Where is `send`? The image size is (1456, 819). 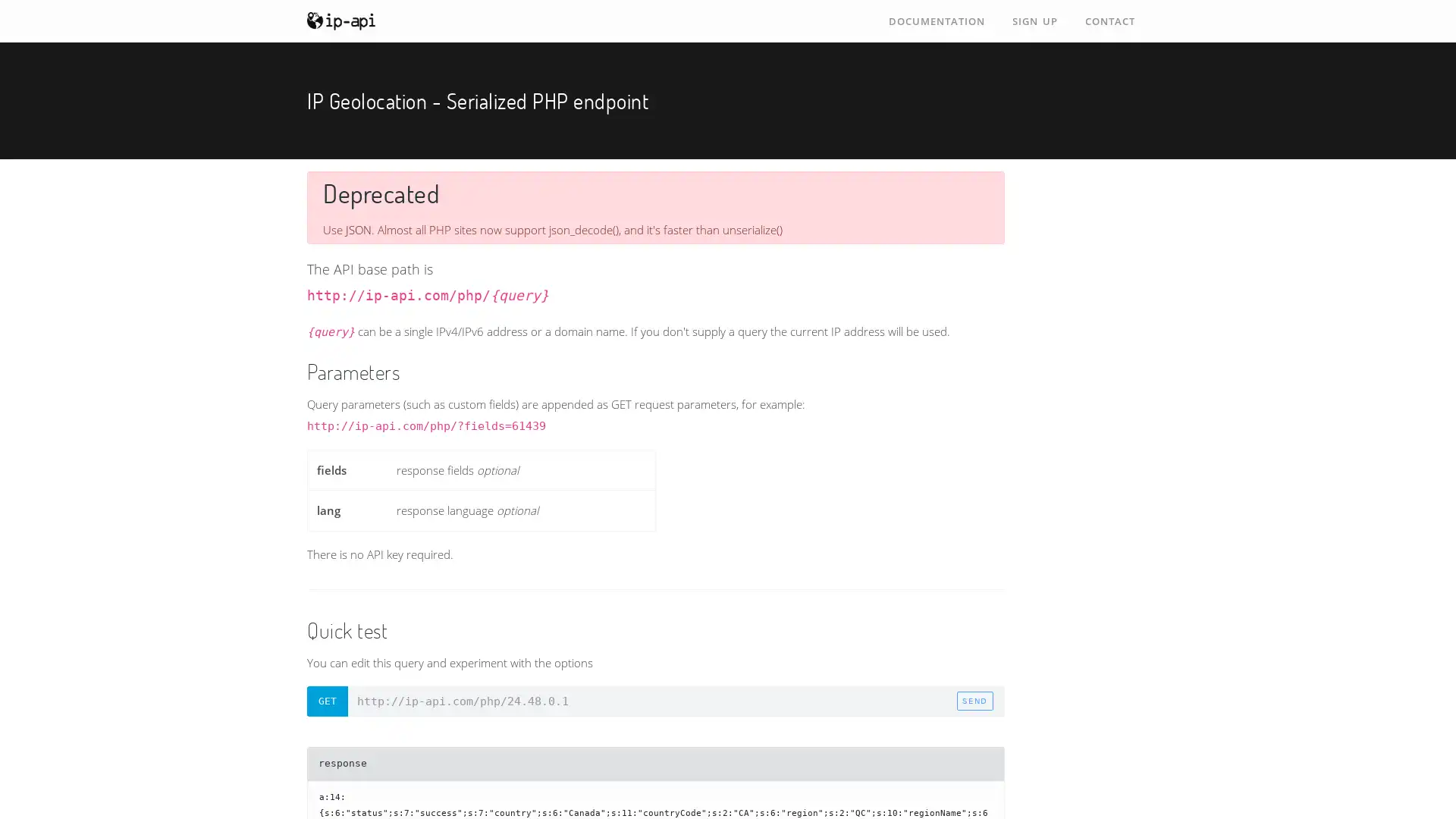
send is located at coordinates (974, 701).